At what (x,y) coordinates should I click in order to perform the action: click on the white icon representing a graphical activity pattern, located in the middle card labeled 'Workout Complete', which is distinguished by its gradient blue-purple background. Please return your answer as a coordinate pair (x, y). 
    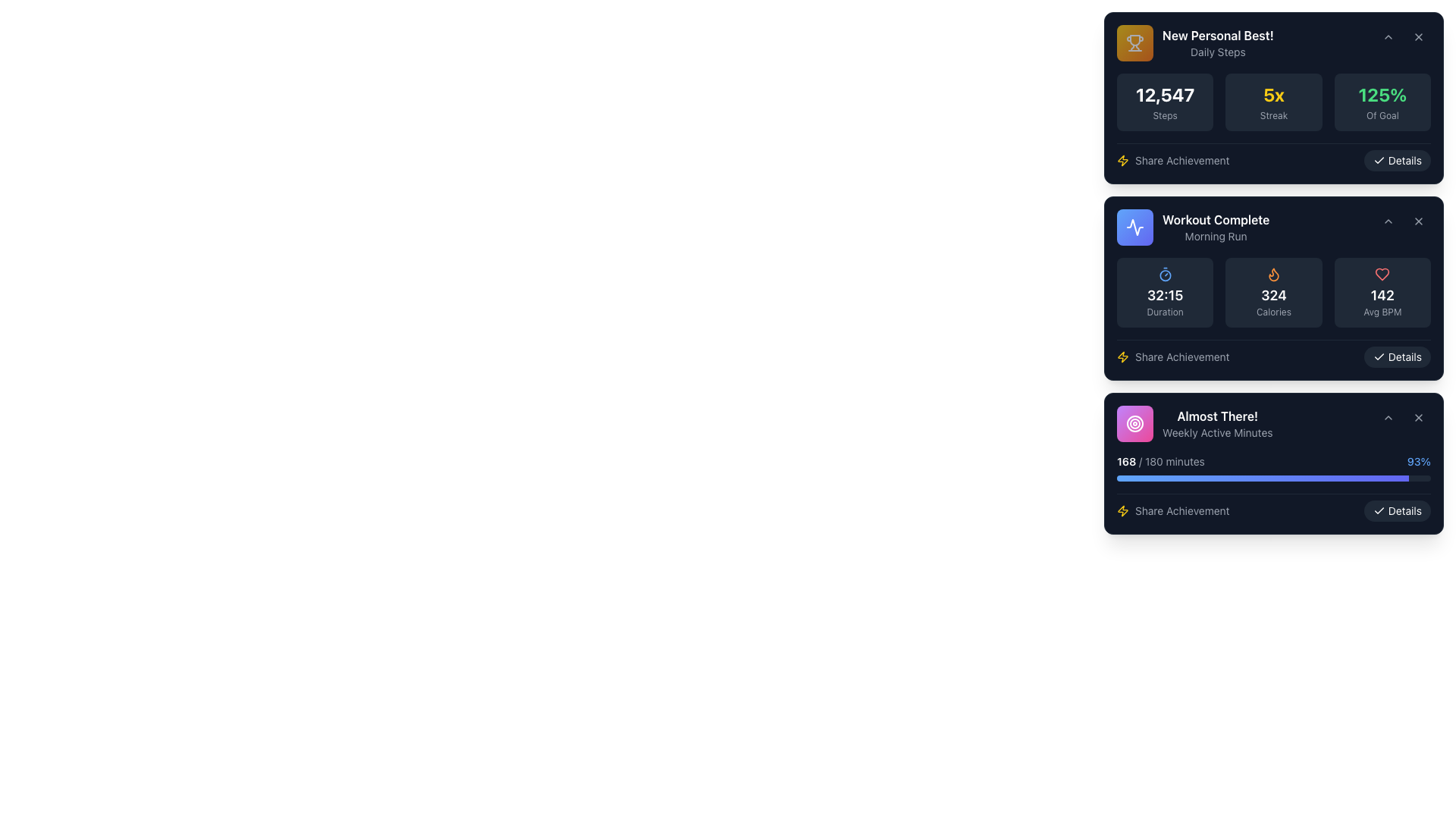
    Looking at the image, I should click on (1135, 227).